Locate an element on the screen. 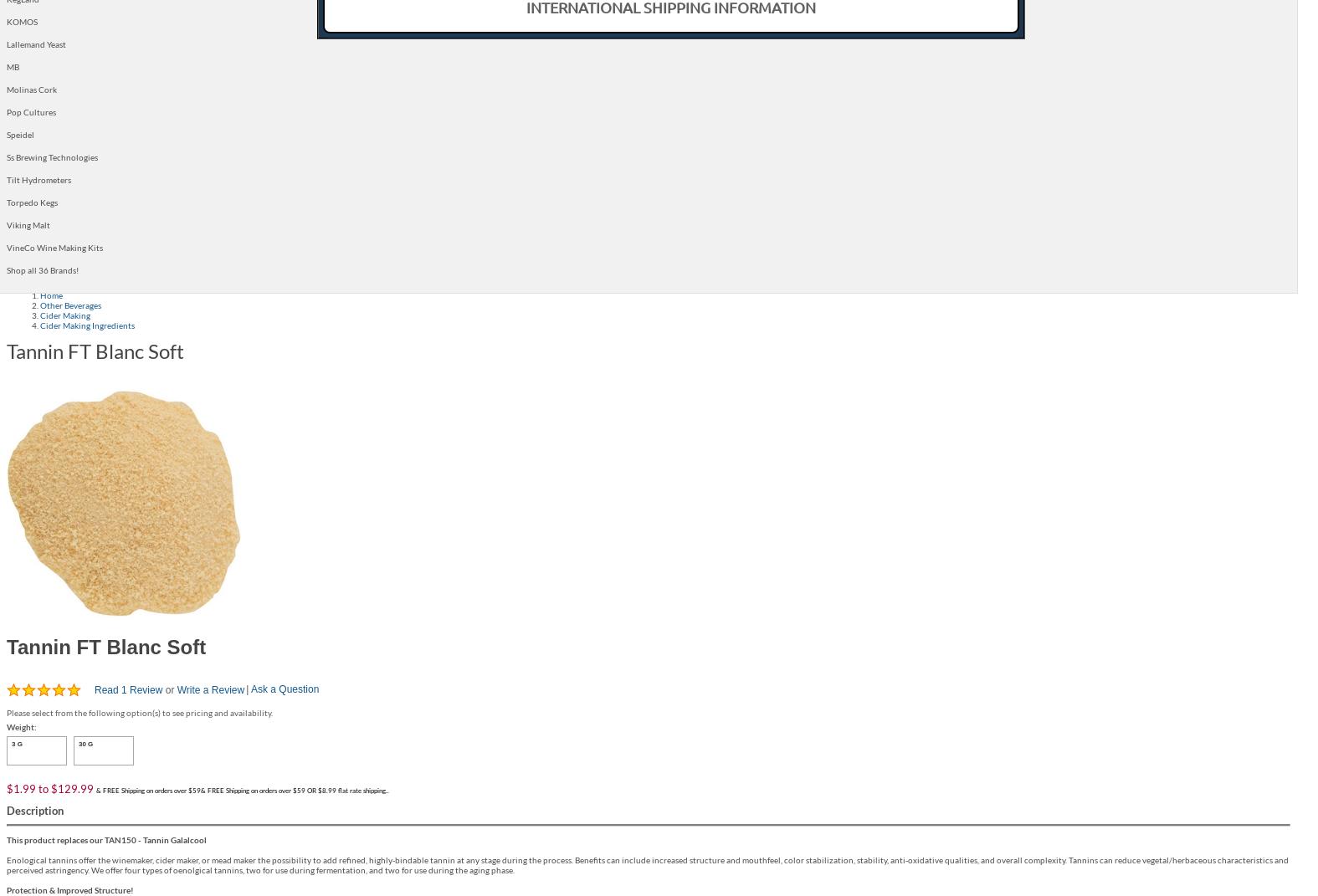  'Cider Making Ingredients' is located at coordinates (86, 325).